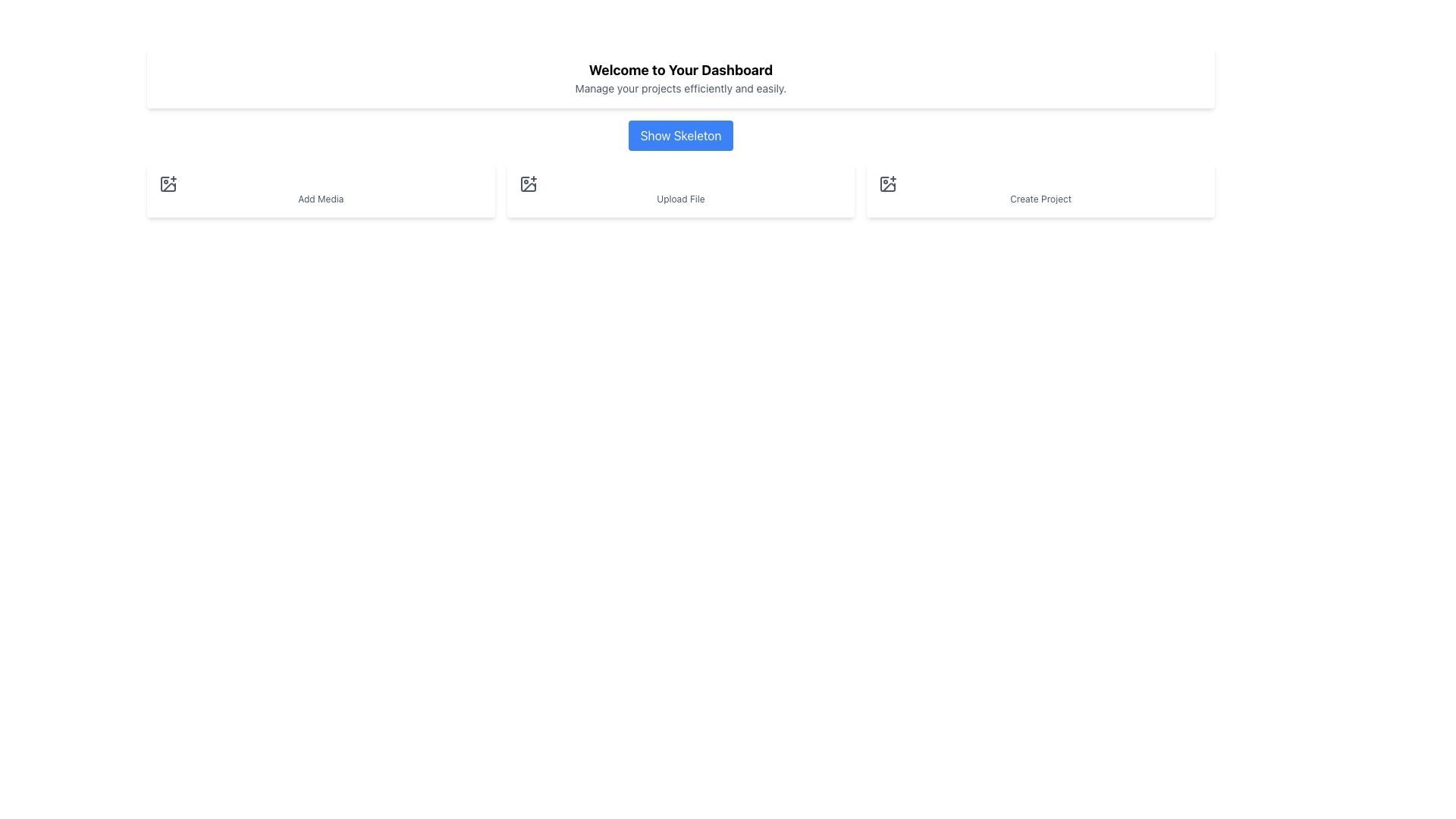  What do you see at coordinates (679, 134) in the screenshot?
I see `the rectangular button with rounded edges that has a blue background and white text reading 'Show Skeleton' to initiate a visual state change` at bounding box center [679, 134].